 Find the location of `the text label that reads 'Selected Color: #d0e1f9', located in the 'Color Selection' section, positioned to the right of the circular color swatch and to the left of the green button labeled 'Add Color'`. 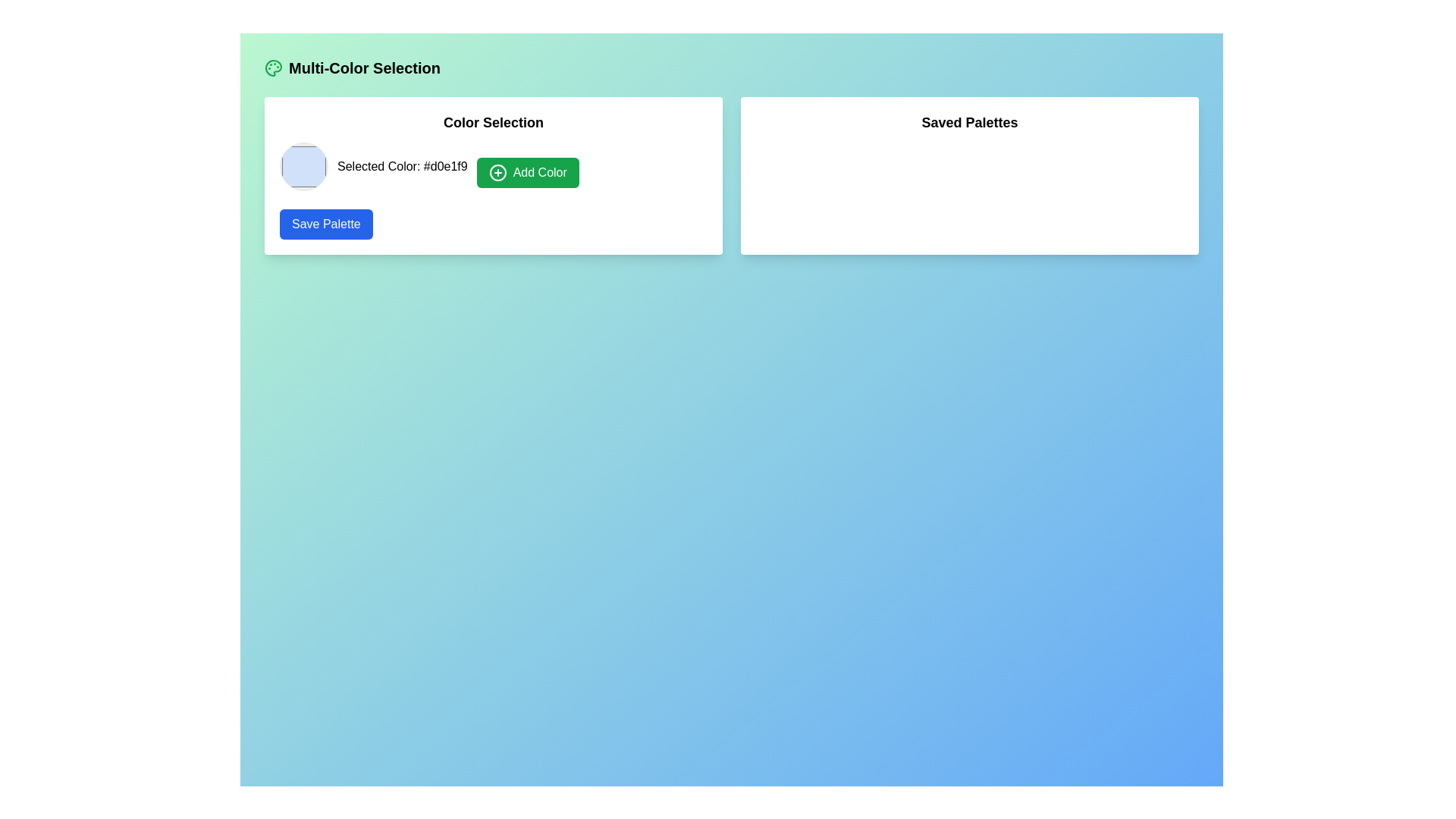

the text label that reads 'Selected Color: #d0e1f9', located in the 'Color Selection' section, positioned to the right of the circular color swatch and to the left of the green button labeled 'Add Color' is located at coordinates (402, 166).